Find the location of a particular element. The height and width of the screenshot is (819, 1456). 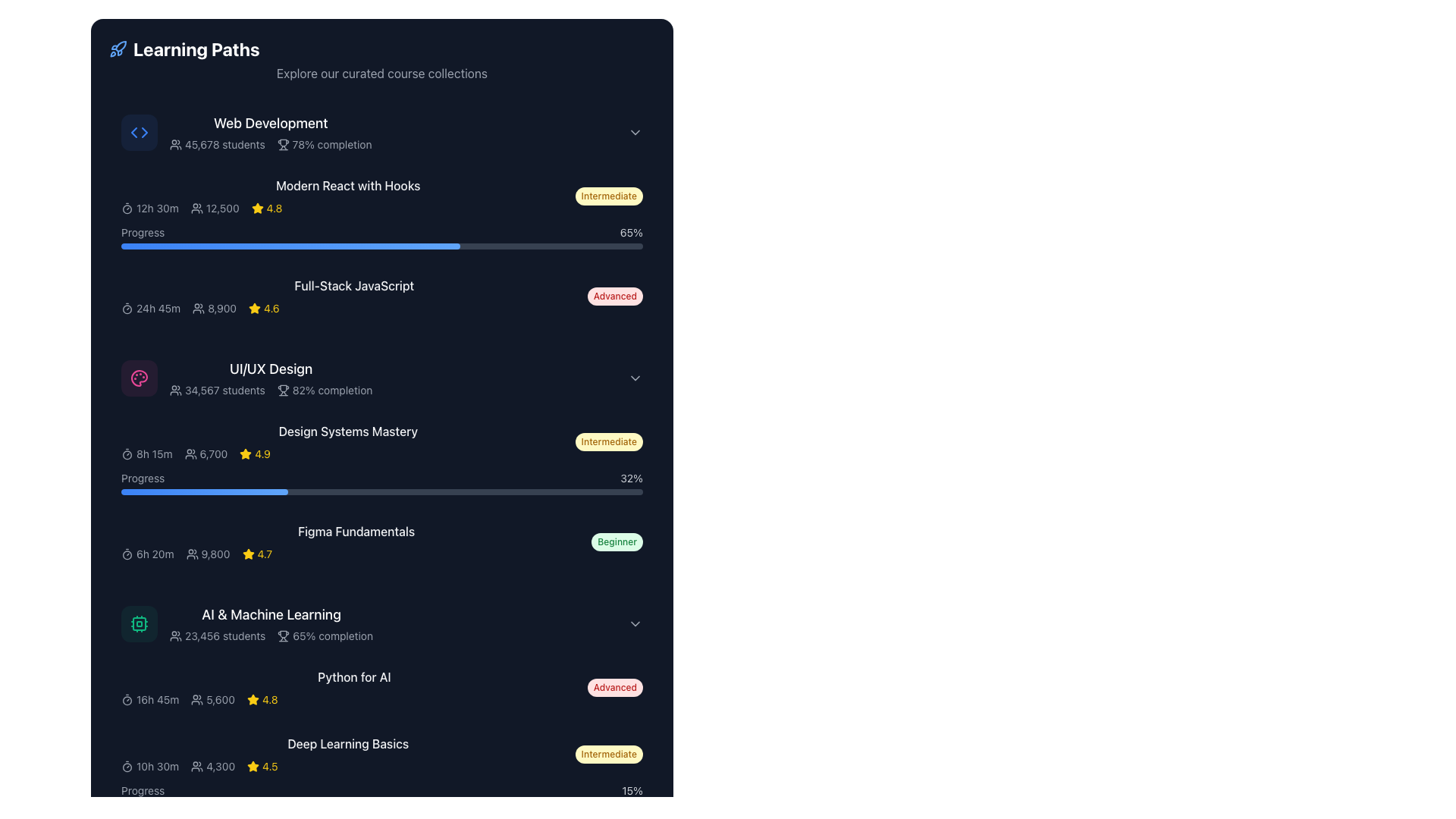

the numerical statistic text label displaying '9,800' in the 'Figma Fundamentals' section is located at coordinates (207, 554).